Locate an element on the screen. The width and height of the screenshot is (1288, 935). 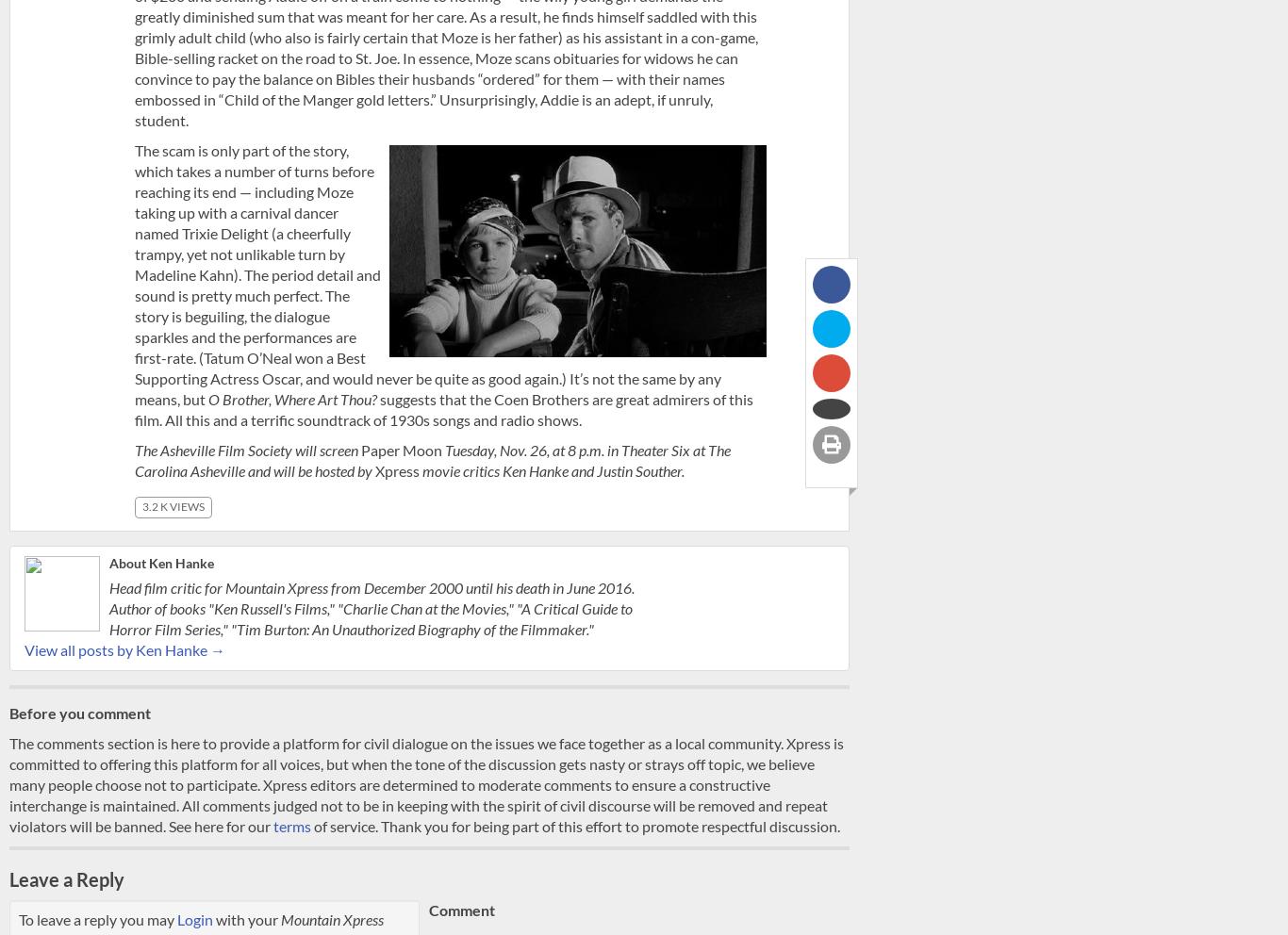
'3.2 K views' is located at coordinates (173, 505).